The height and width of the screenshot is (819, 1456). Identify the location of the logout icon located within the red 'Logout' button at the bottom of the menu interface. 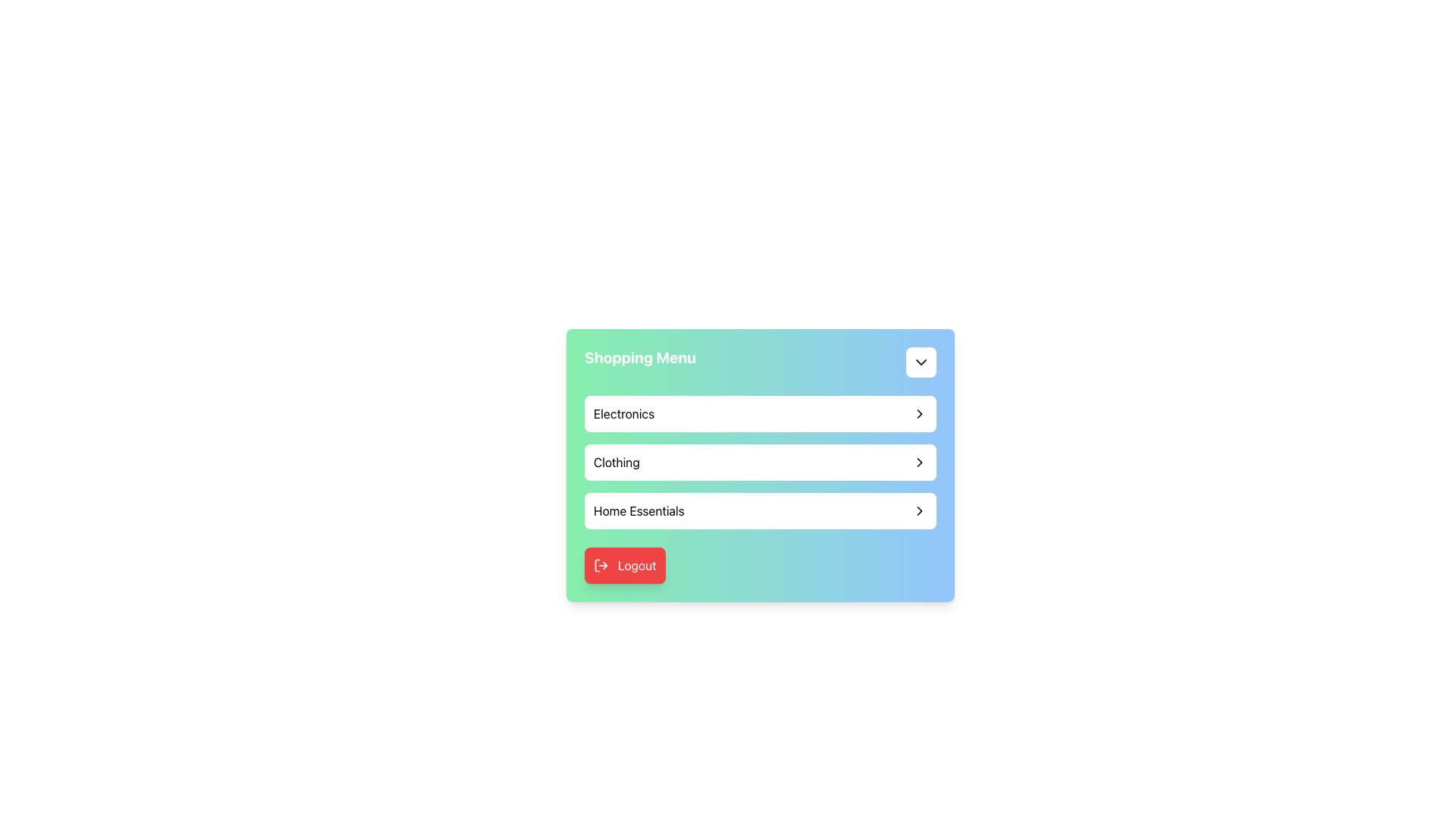
(600, 565).